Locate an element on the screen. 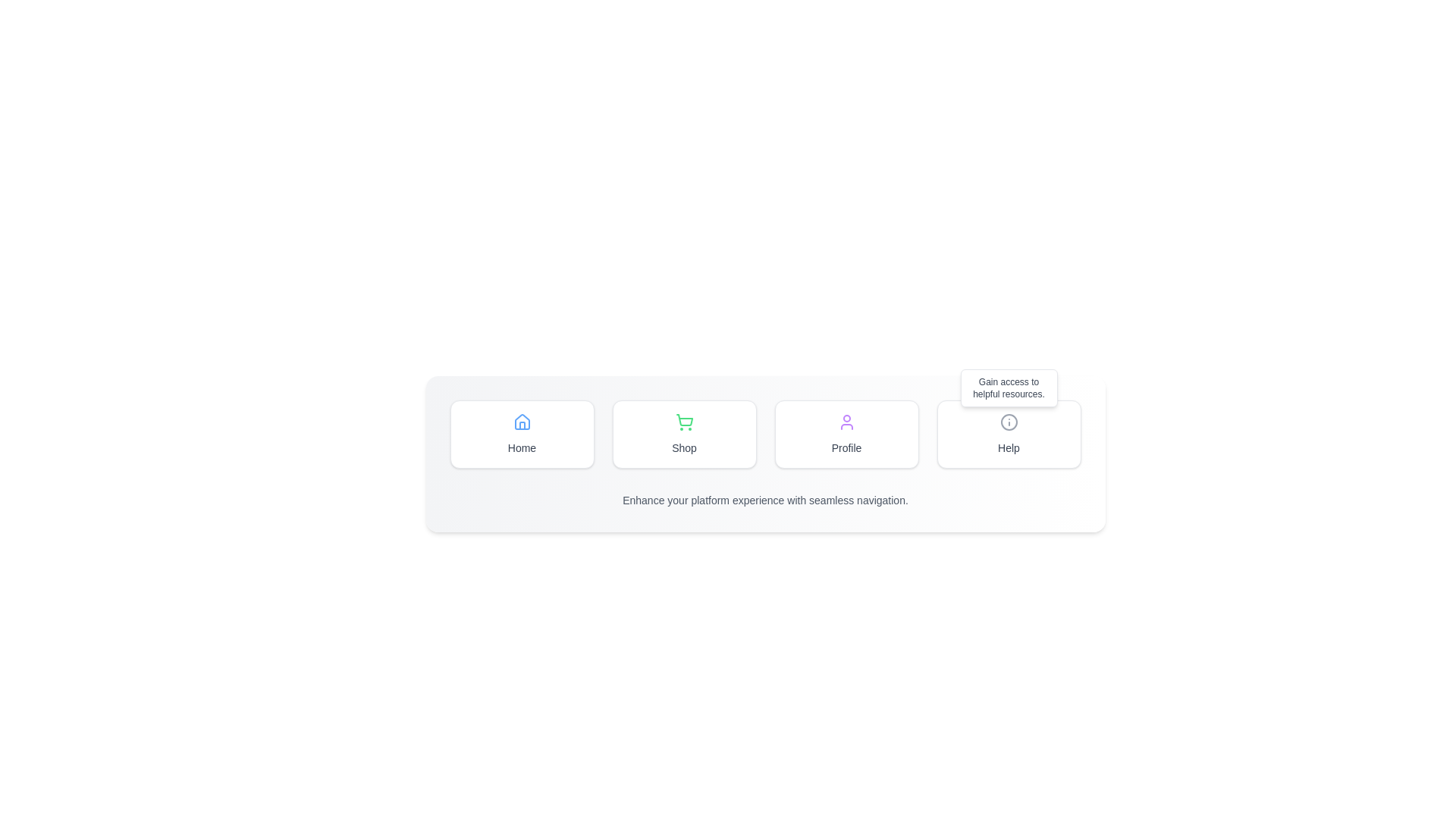 This screenshot has height=819, width=1456. the main body of the shopping cart icon within the 'Shop' button in the navigation menu is located at coordinates (683, 420).